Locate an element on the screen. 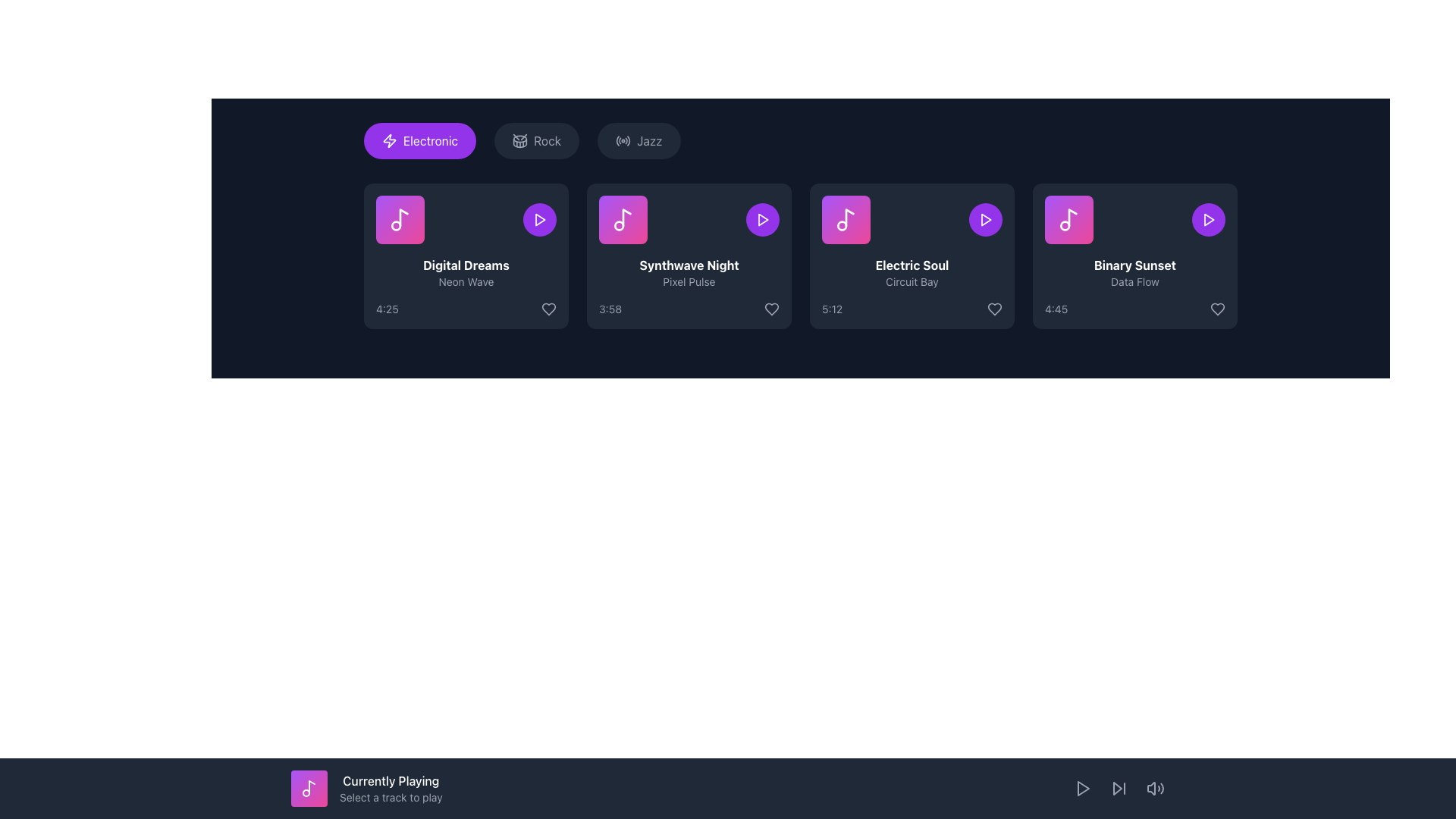  the play button for the 'Synthwave Night' track by 'Pixel Pulse' is located at coordinates (763, 219).